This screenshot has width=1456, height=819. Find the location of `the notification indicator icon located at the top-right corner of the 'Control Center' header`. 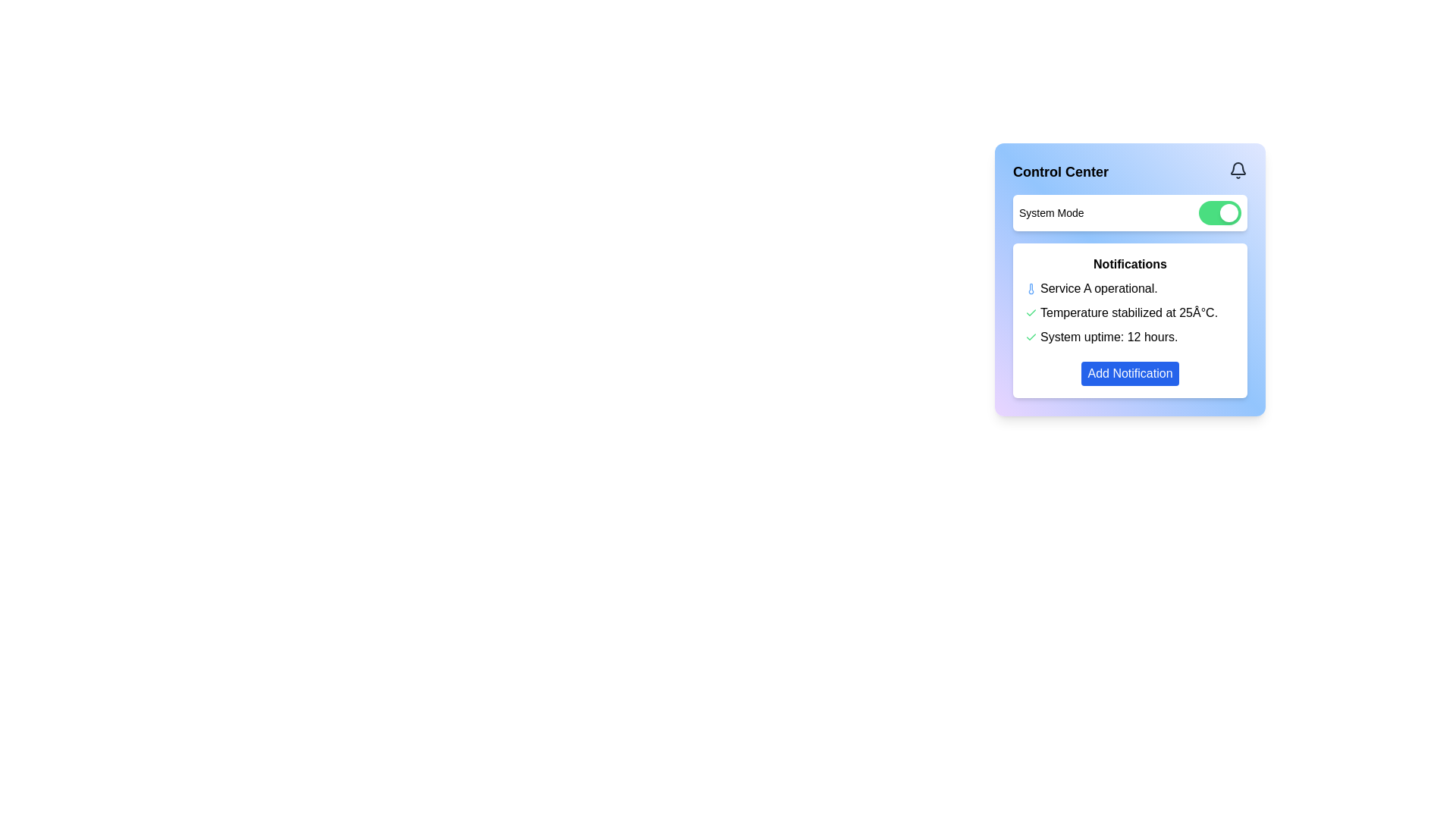

the notification indicator icon located at the top-right corner of the 'Control Center' header is located at coordinates (1238, 170).